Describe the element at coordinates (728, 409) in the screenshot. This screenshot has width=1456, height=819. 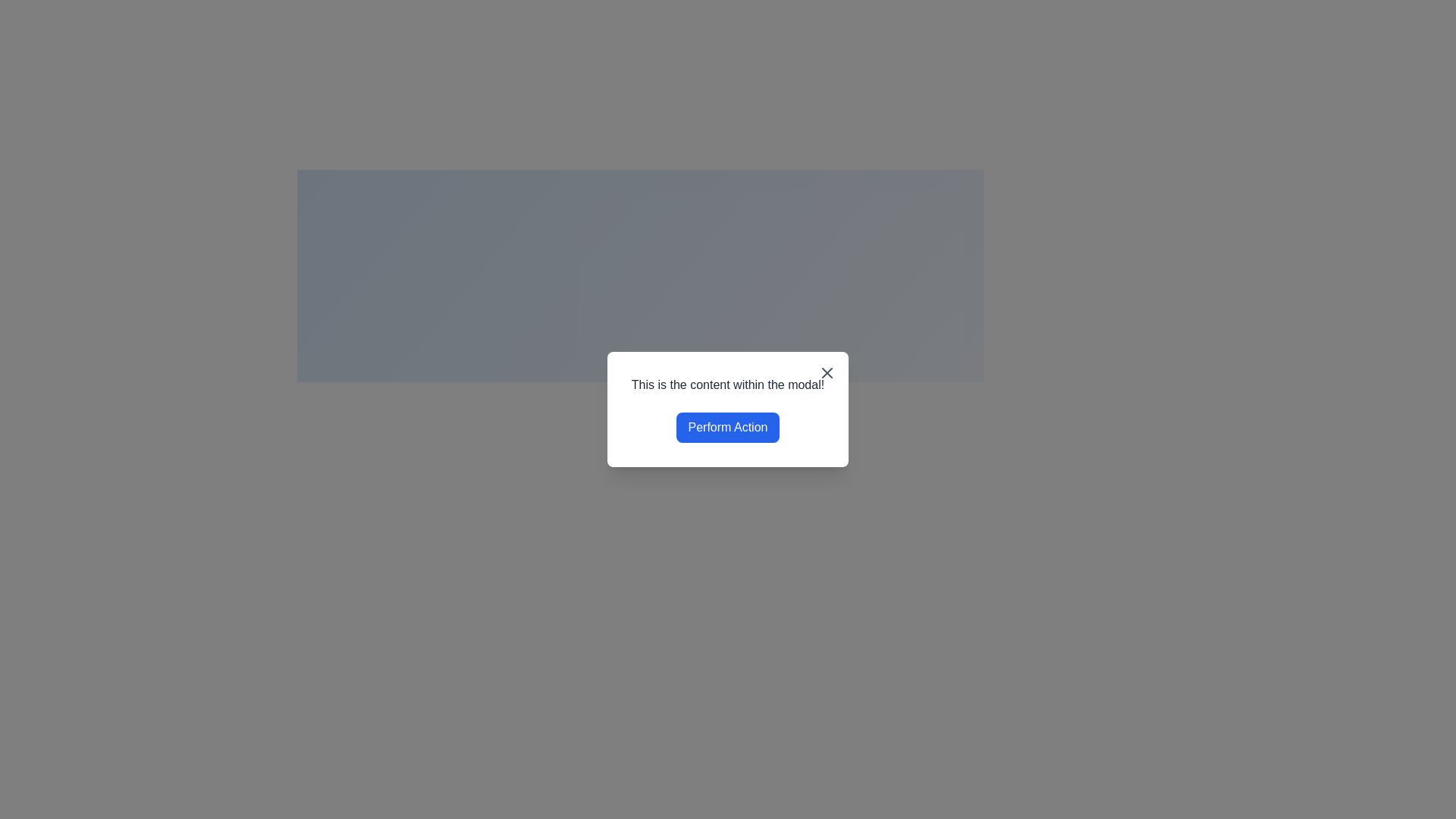
I see `the blue button labeled 'Perform Action' inside the modal dialog that contains the message 'This is the content within the modal!'` at that location.